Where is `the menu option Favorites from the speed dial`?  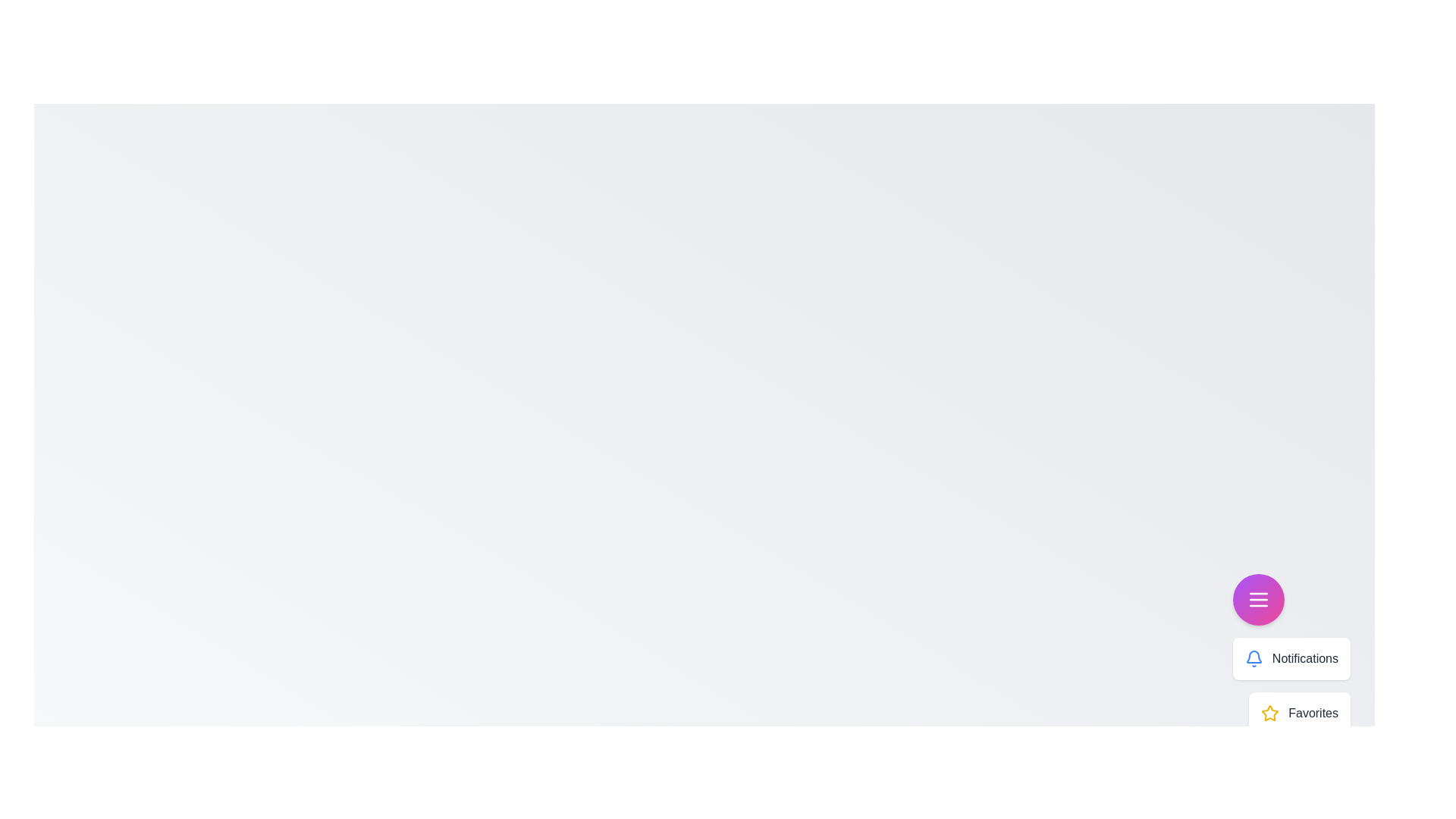
the menu option Favorites from the speed dial is located at coordinates (1270, 714).